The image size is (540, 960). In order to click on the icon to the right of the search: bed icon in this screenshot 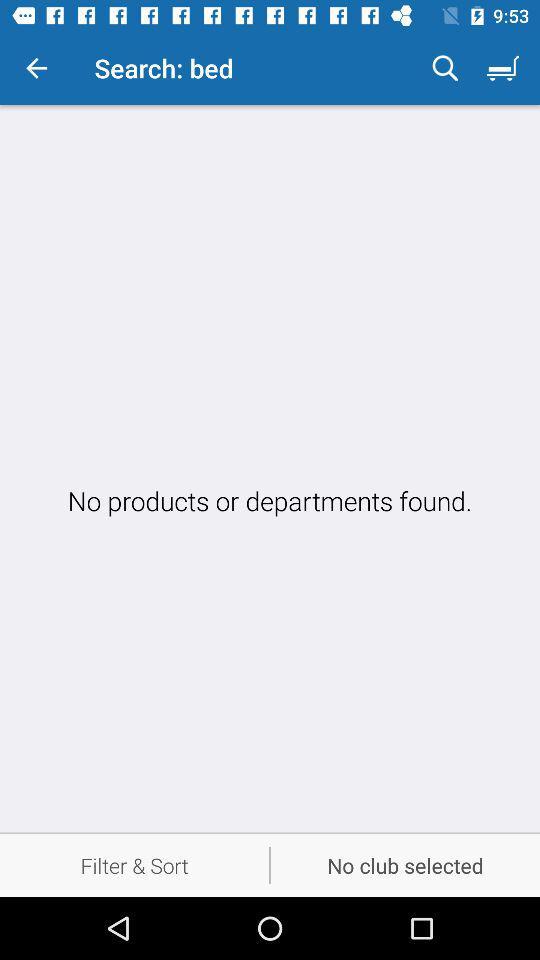, I will do `click(445, 68)`.